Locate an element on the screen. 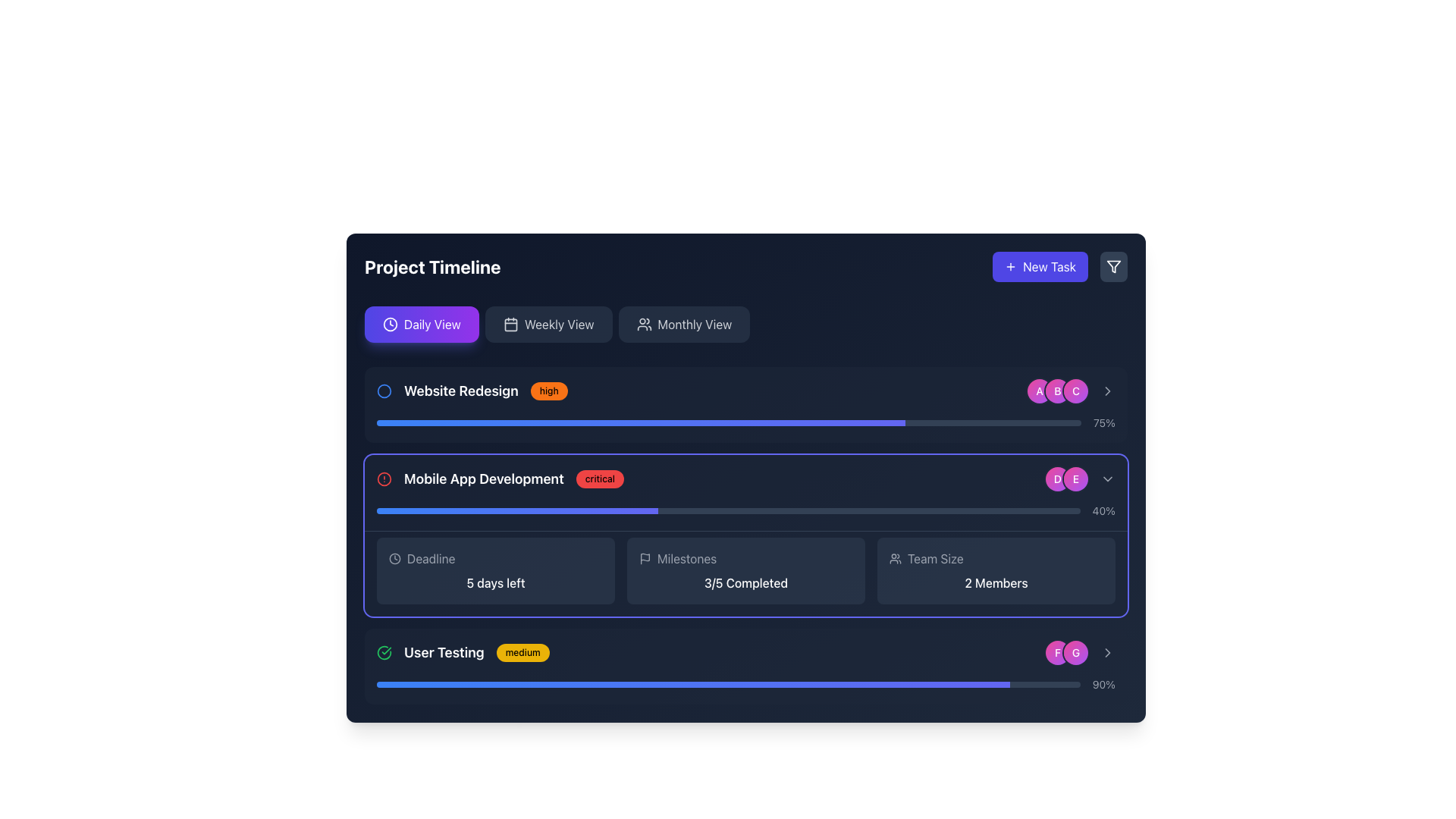 The width and height of the screenshot is (1456, 819). the circular avatar with a gradient background transitioning from pink to purple, containing the white letter 'F', positioned to the left of the 'G' icon in the 'User Testing' section is located at coordinates (1057, 651).